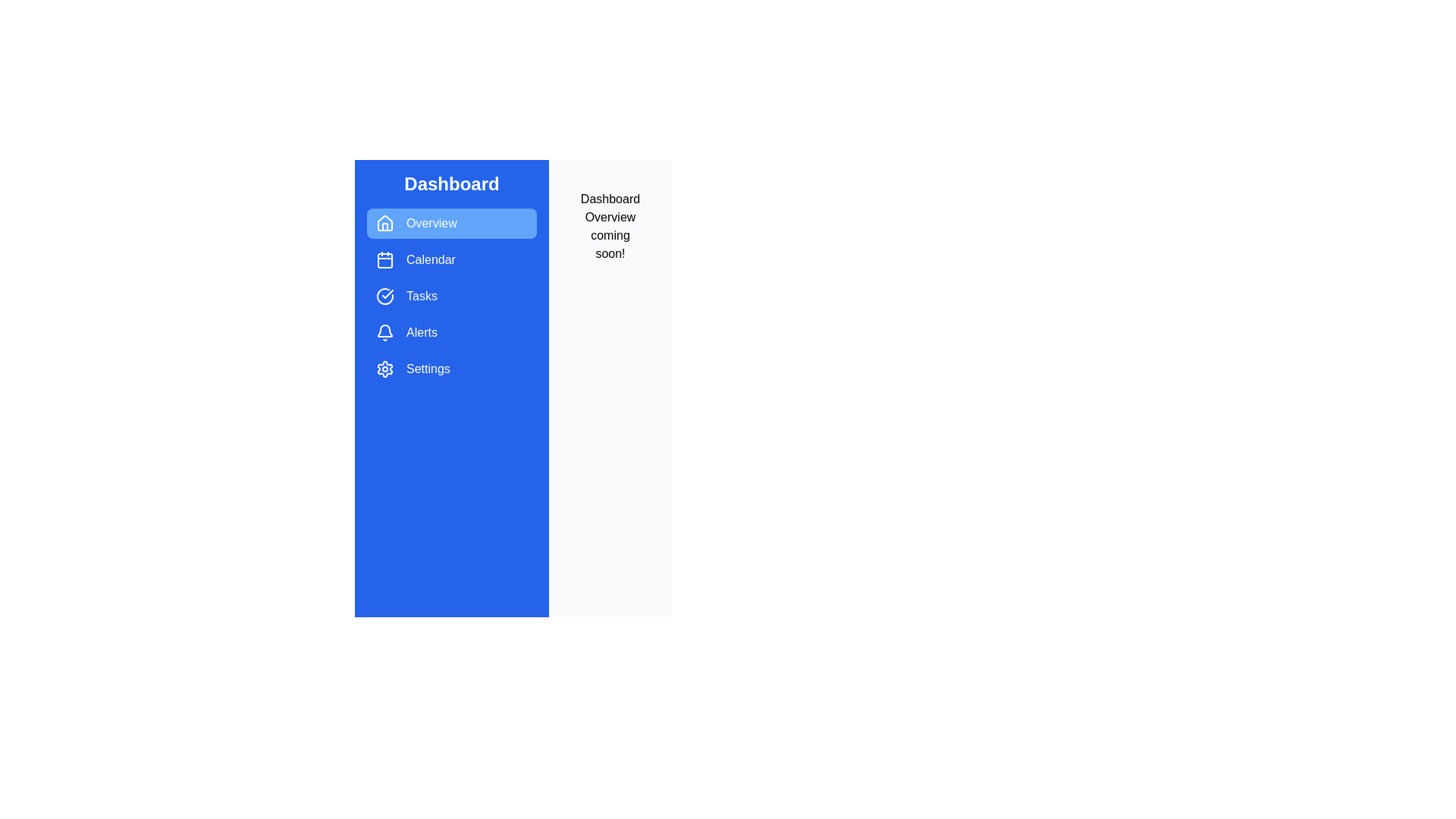 The width and height of the screenshot is (1456, 819). I want to click on the house icon located at the top of the left-side menu, which is styled to match the application's blue theme and positioned next to the 'Overview' text, so click(385, 223).